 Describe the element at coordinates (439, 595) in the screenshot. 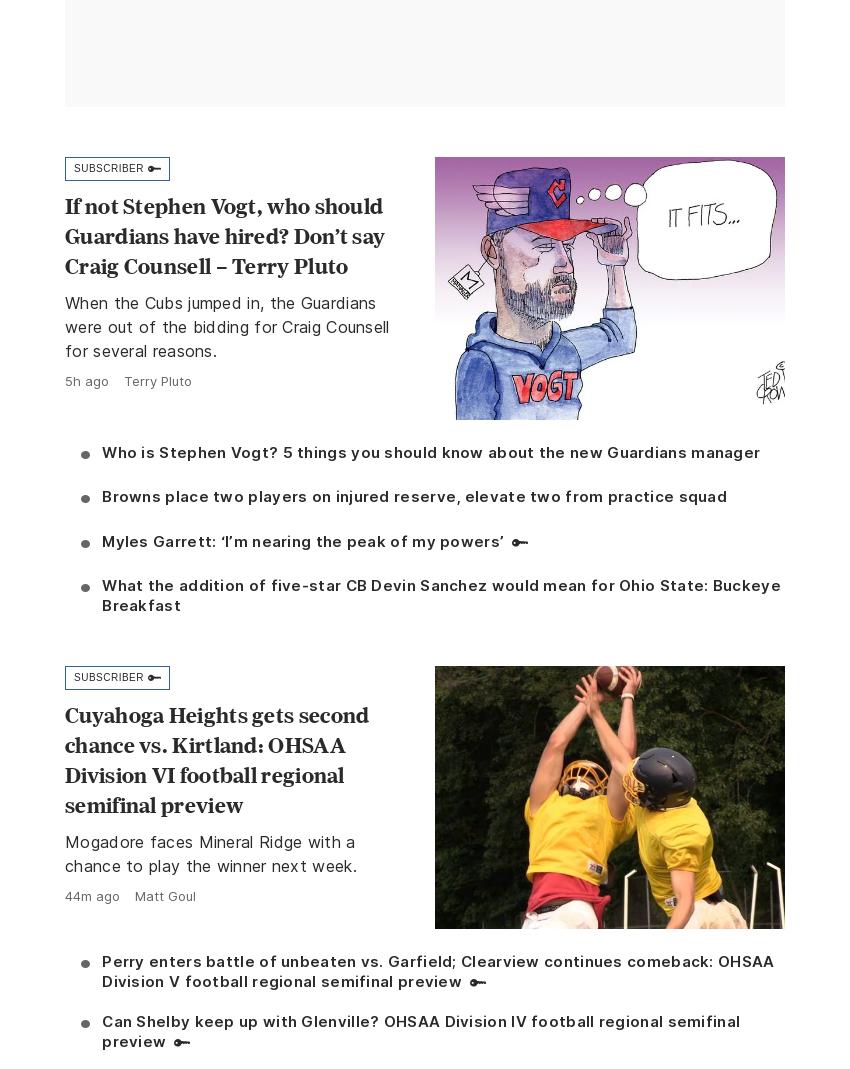

I see `'What the addition of five-star CB Devin Sanchez would mean for Ohio State: Buckeye Breakfast'` at that location.